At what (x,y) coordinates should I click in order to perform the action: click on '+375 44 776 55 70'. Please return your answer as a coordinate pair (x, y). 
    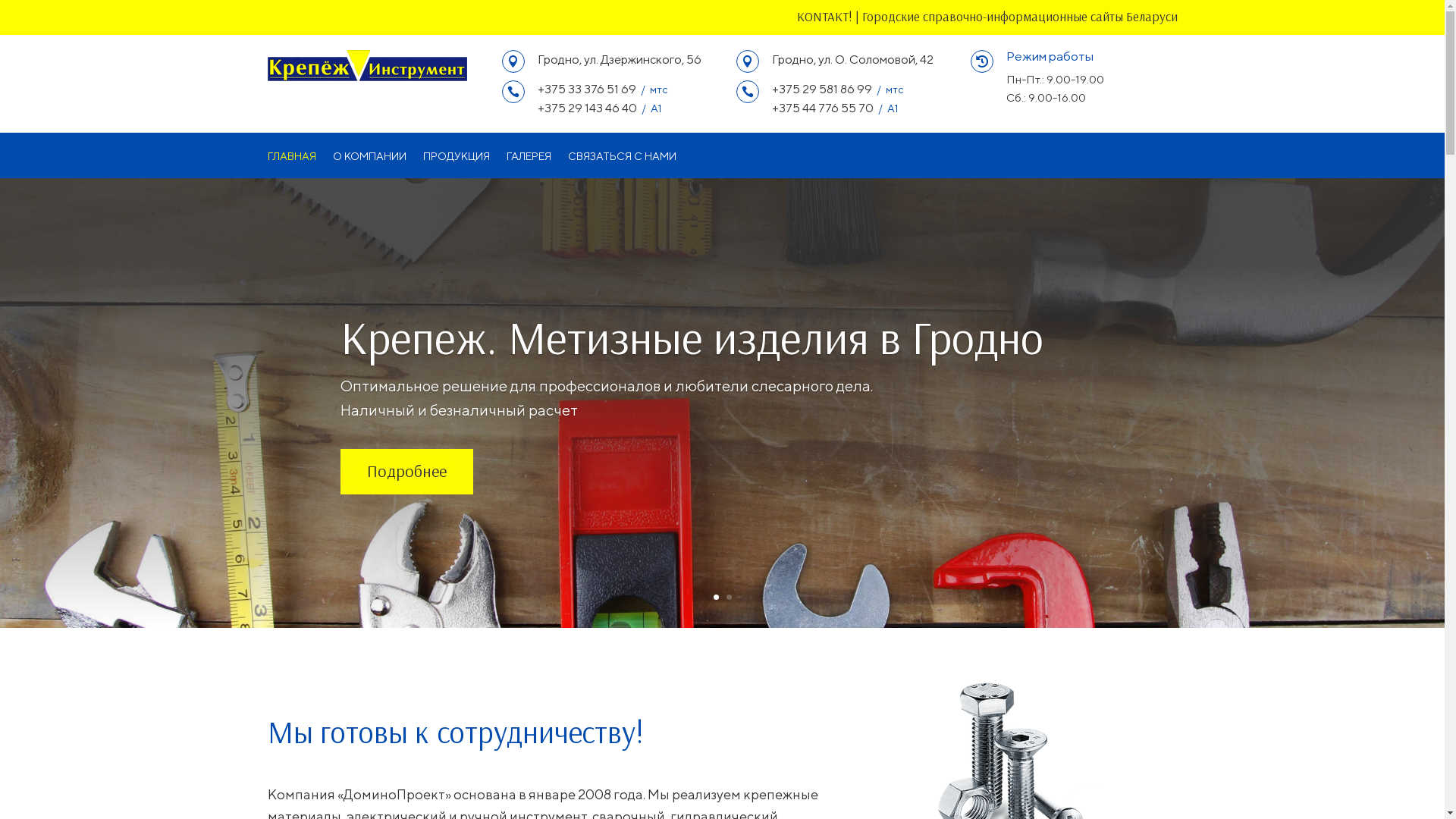
    Looking at the image, I should click on (821, 107).